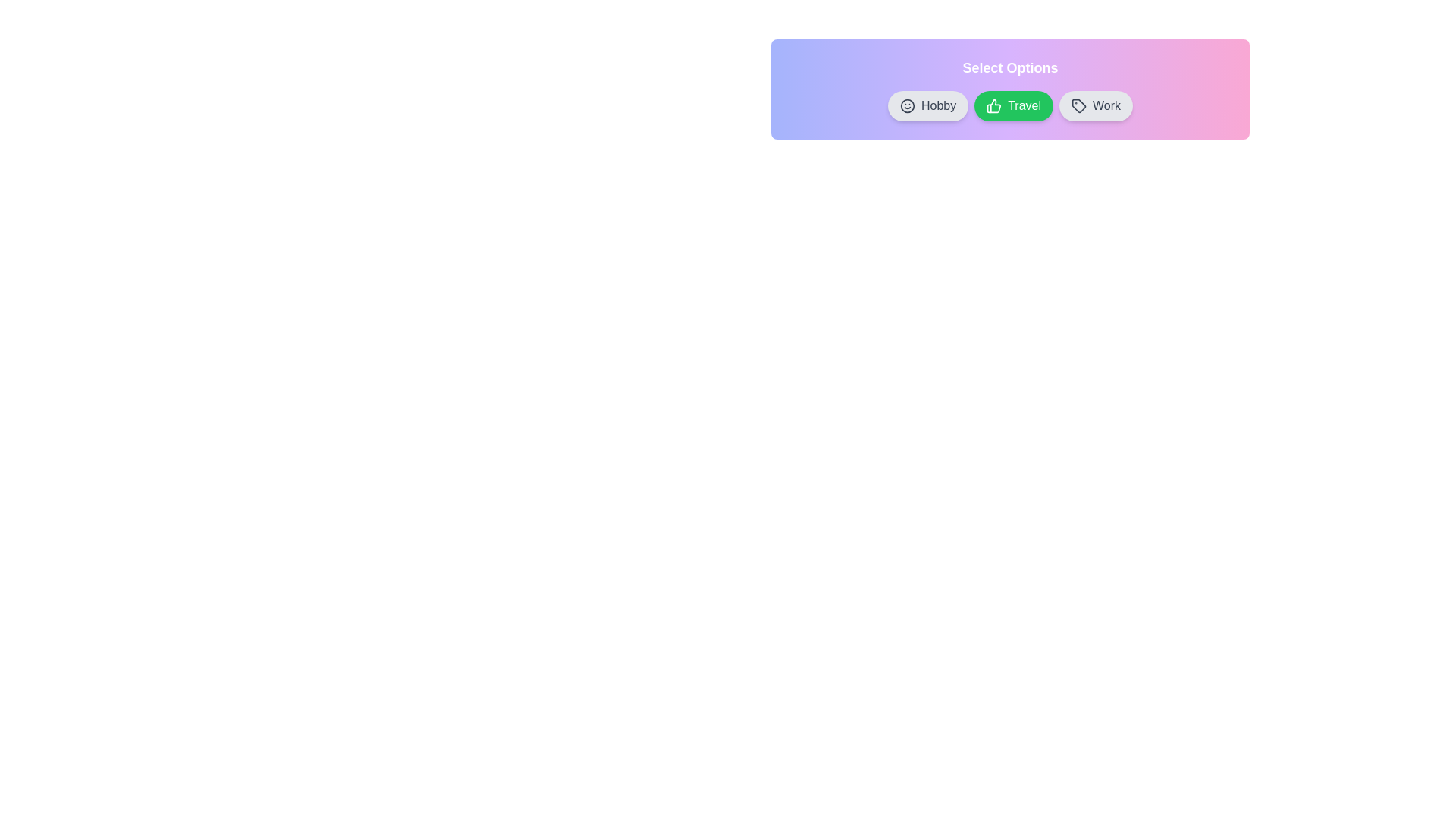  Describe the element at coordinates (907, 105) in the screenshot. I see `the chip by clicking its icon. The chip can be specified by its label: Hobby` at that location.